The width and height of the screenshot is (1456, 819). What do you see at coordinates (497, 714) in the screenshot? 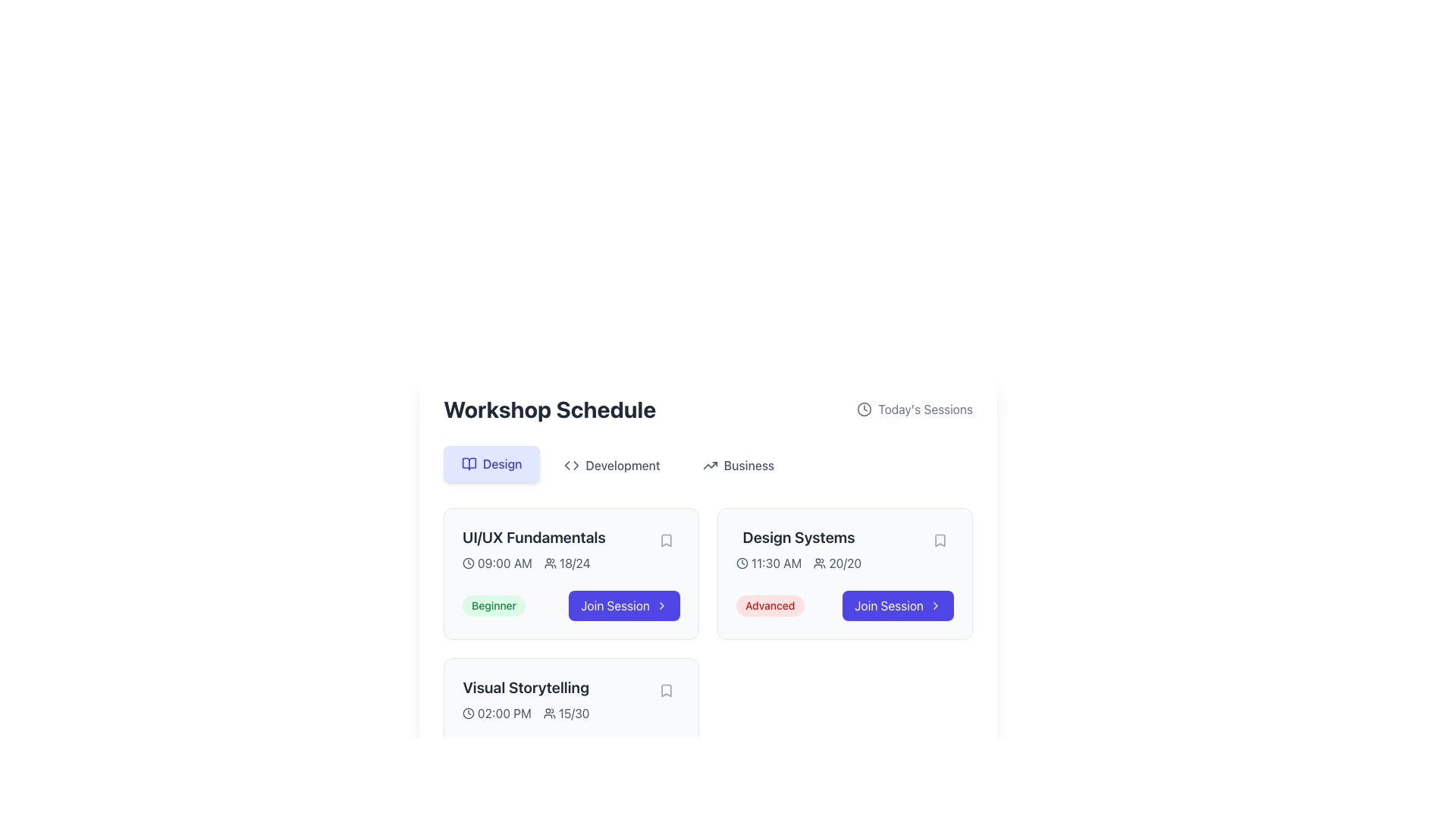
I see `the Time display element showing '02:00 PM'` at bounding box center [497, 714].